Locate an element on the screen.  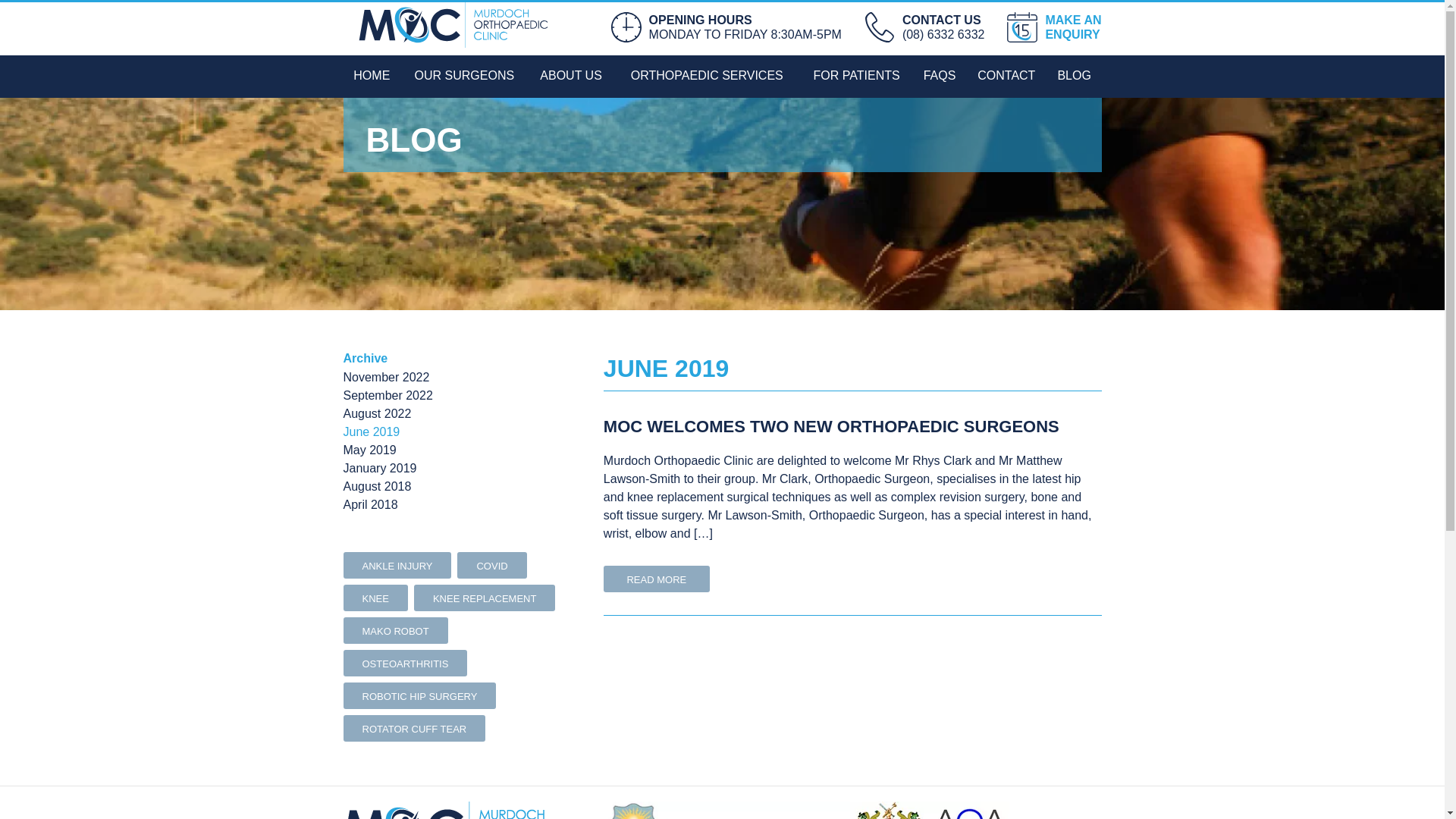
'ABOUT US' is located at coordinates (570, 76).